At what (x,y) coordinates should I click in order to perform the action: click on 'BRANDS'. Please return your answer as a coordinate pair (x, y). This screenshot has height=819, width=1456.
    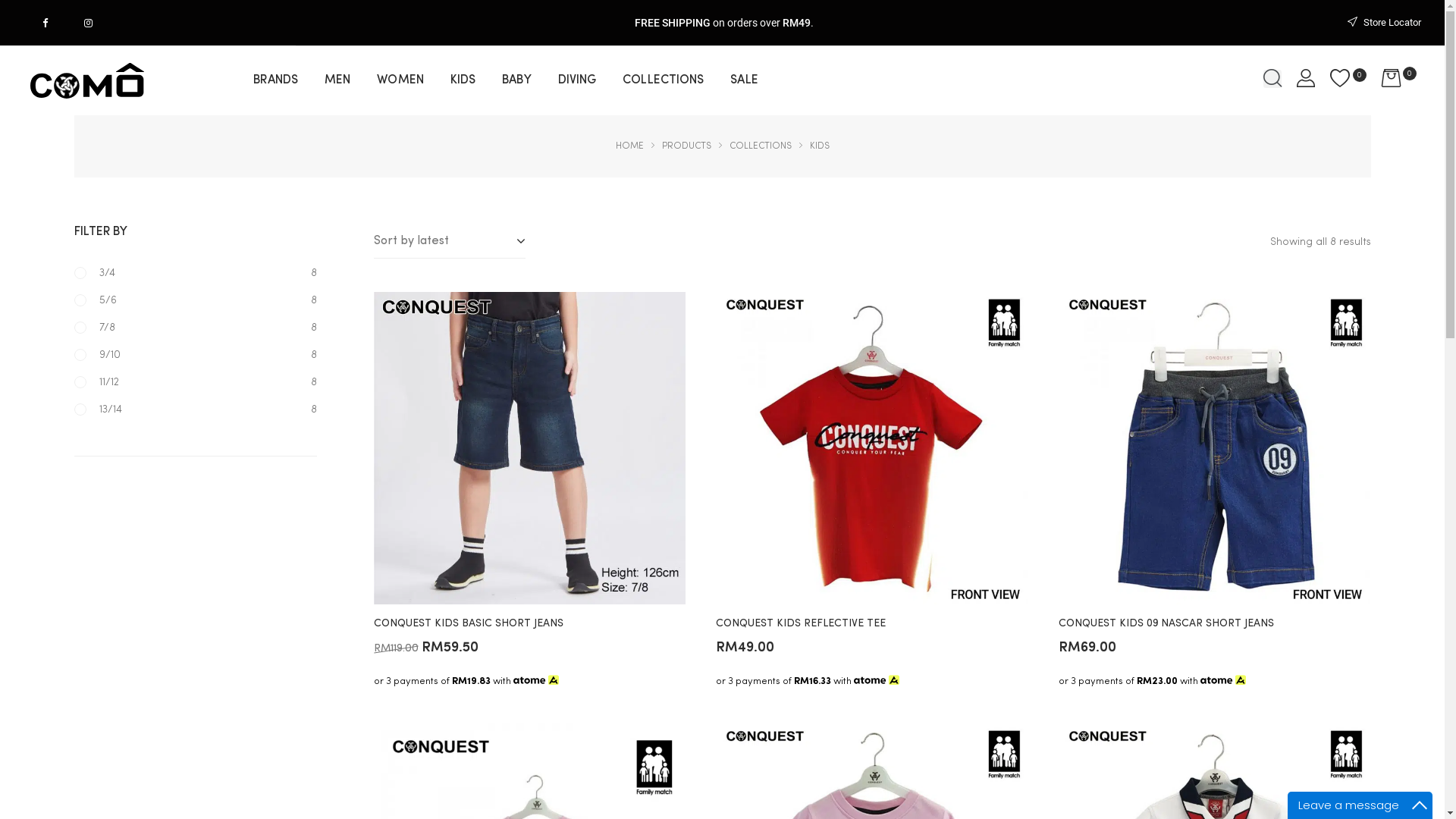
    Looking at the image, I should click on (253, 80).